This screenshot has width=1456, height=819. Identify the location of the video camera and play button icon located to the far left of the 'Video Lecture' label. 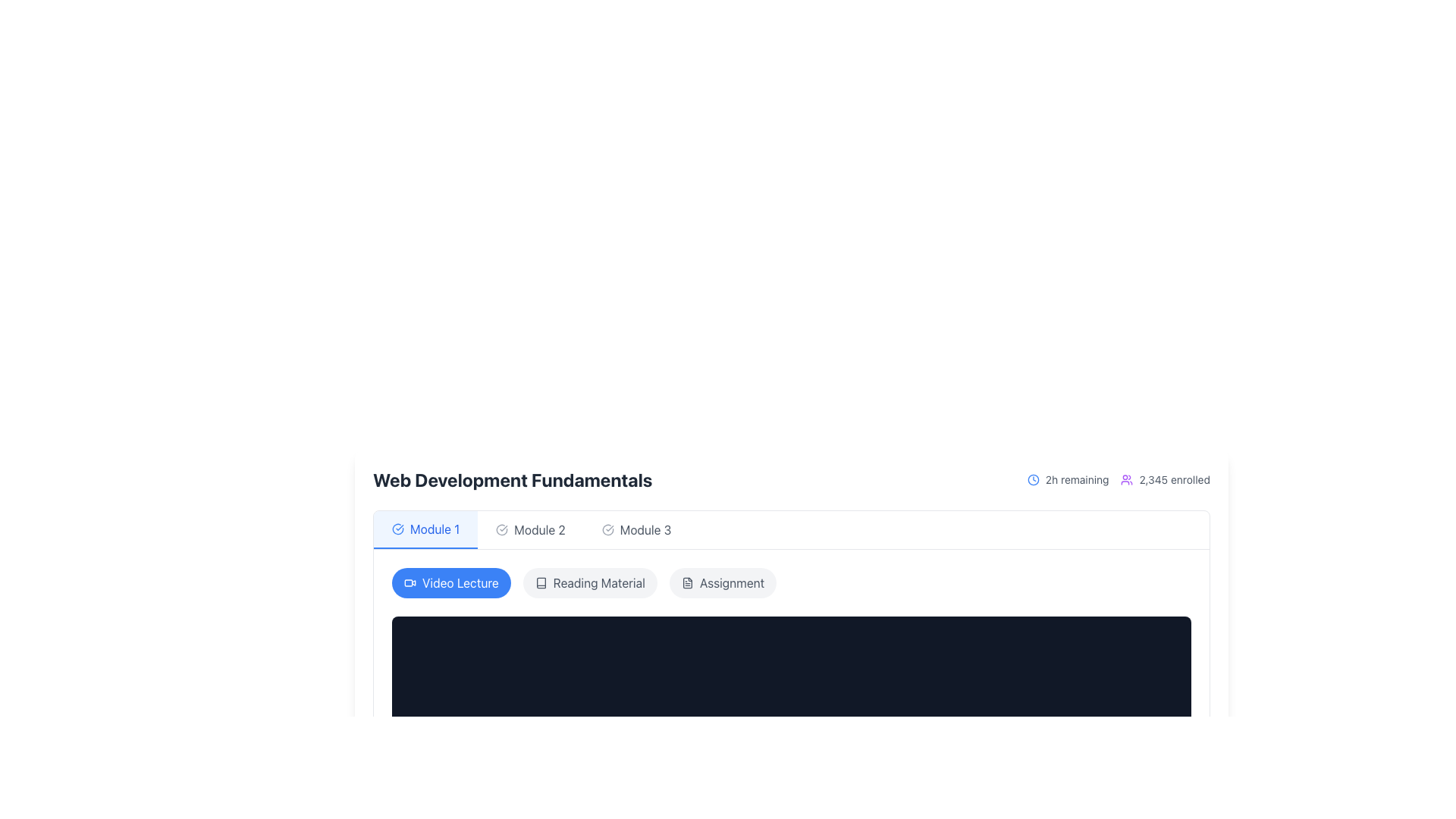
(410, 582).